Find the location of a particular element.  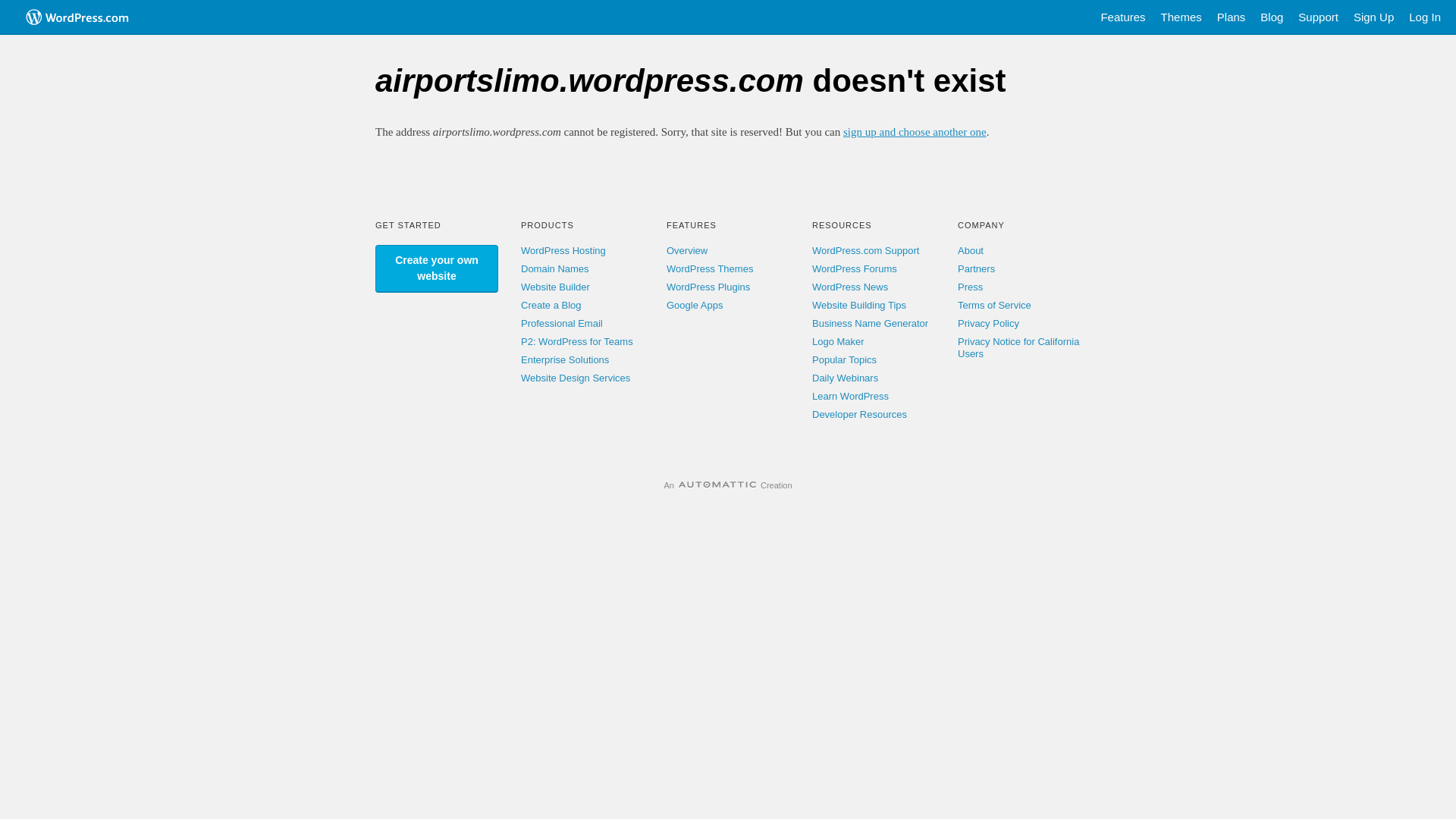

'WordPress Hosting' is located at coordinates (520, 249).